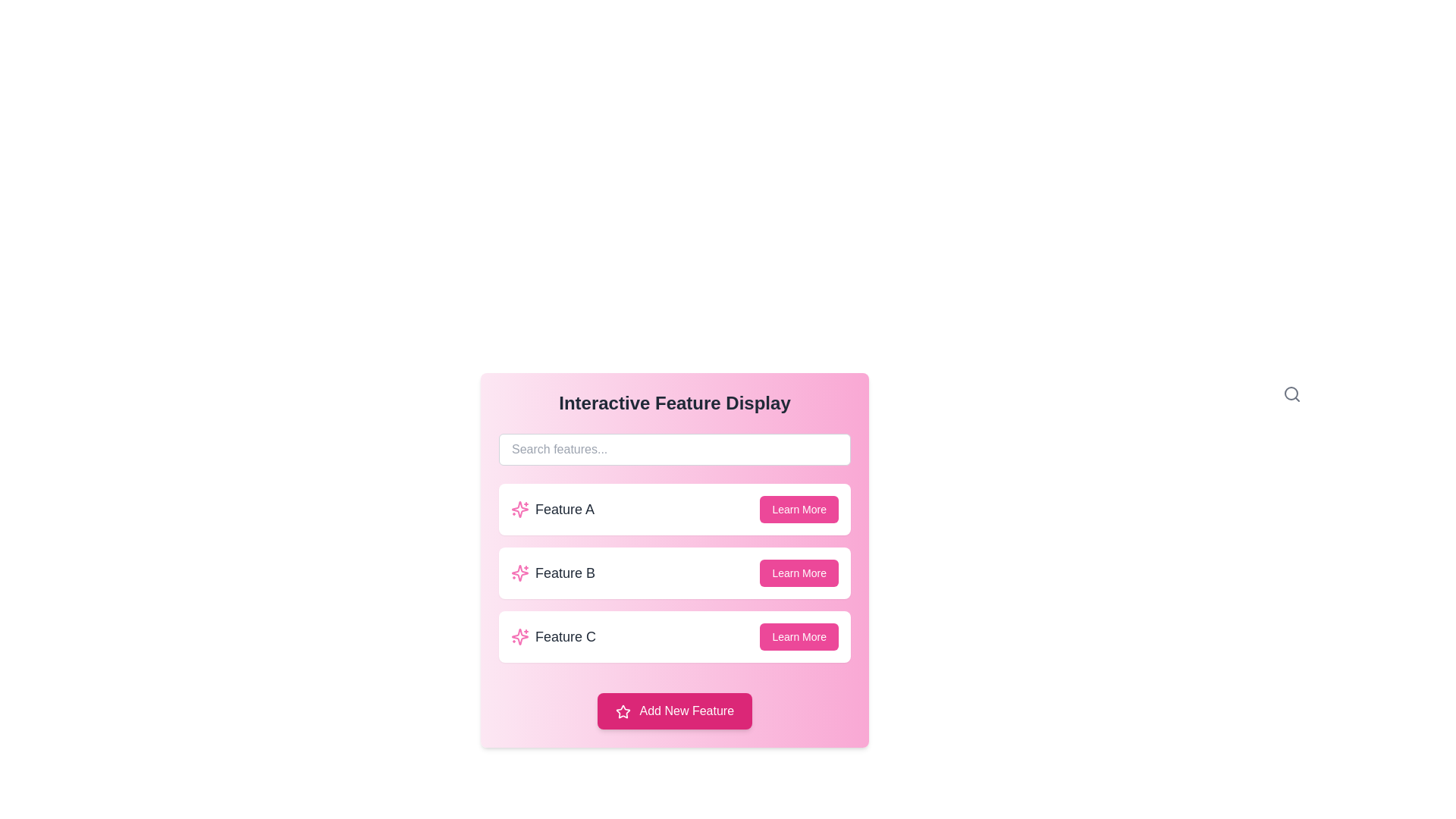 This screenshot has width=1456, height=819. I want to click on the decorative star icon located on the far left side of the 'Add New Feature' button, preceding the text, so click(623, 711).